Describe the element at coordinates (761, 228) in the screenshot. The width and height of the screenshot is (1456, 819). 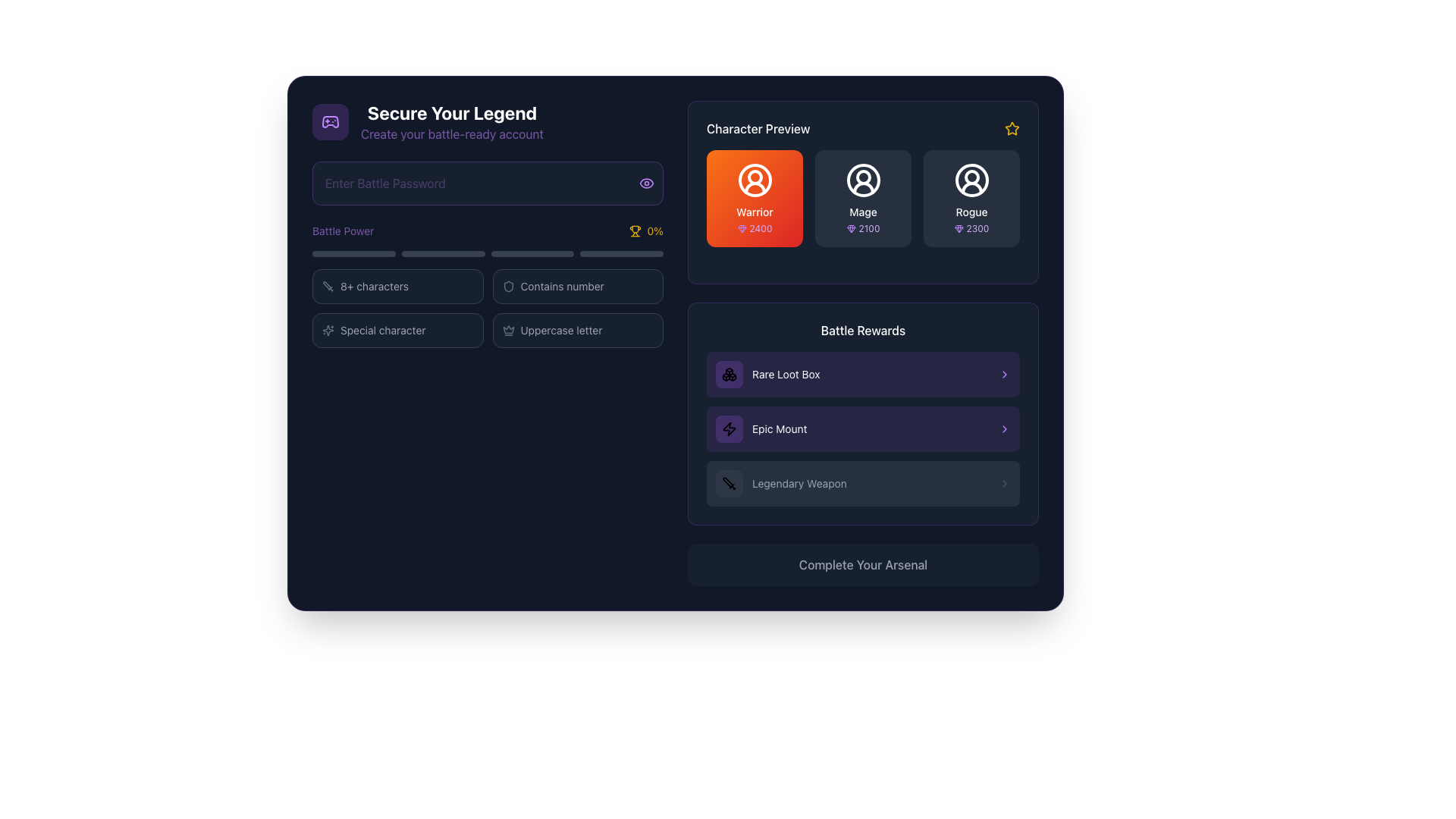
I see `the text label displaying the numeric value '2400' in light purple, located below the 'Warrior' label in the 'Character Preview' section` at that location.